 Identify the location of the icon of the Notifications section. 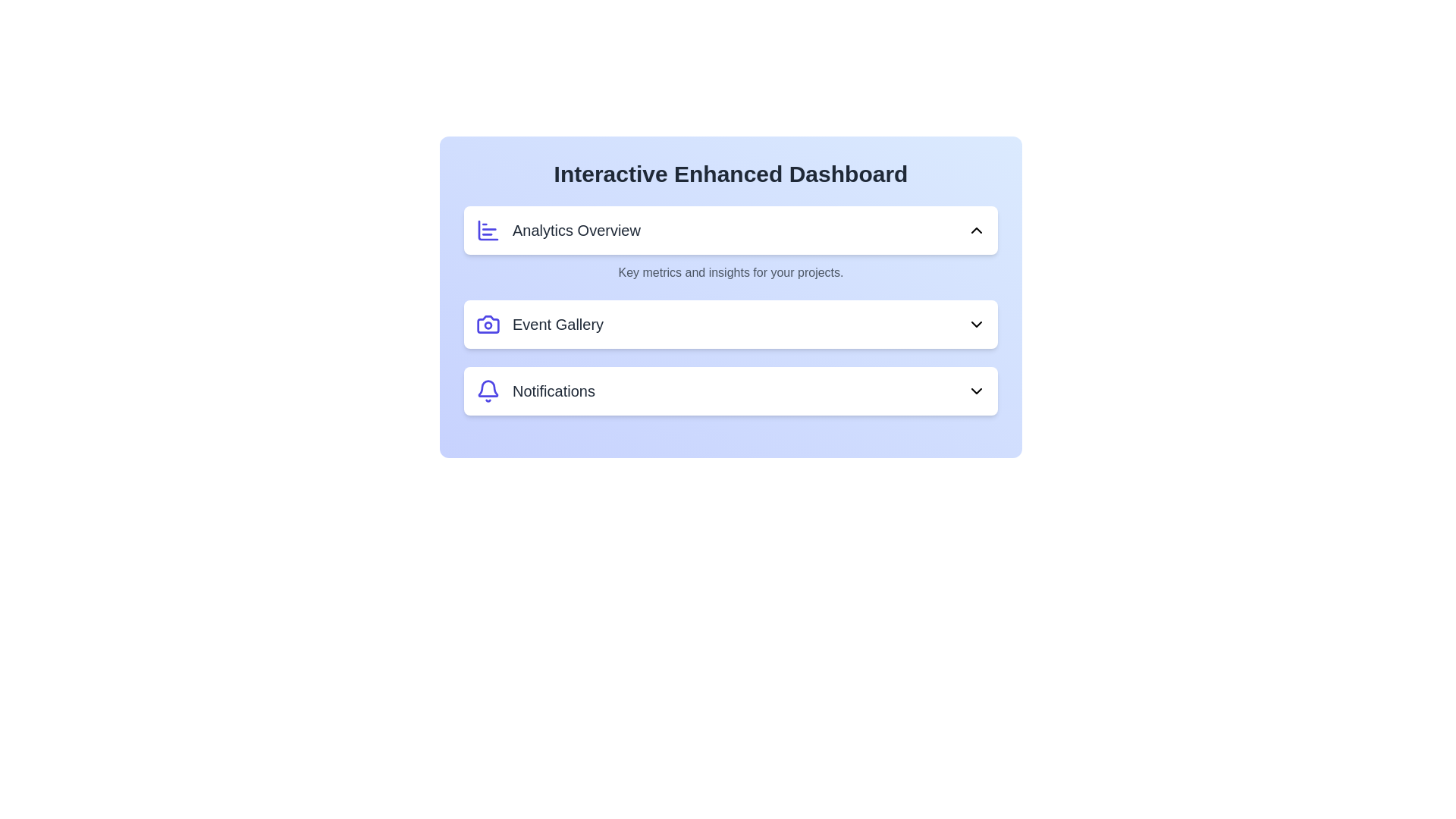
(488, 391).